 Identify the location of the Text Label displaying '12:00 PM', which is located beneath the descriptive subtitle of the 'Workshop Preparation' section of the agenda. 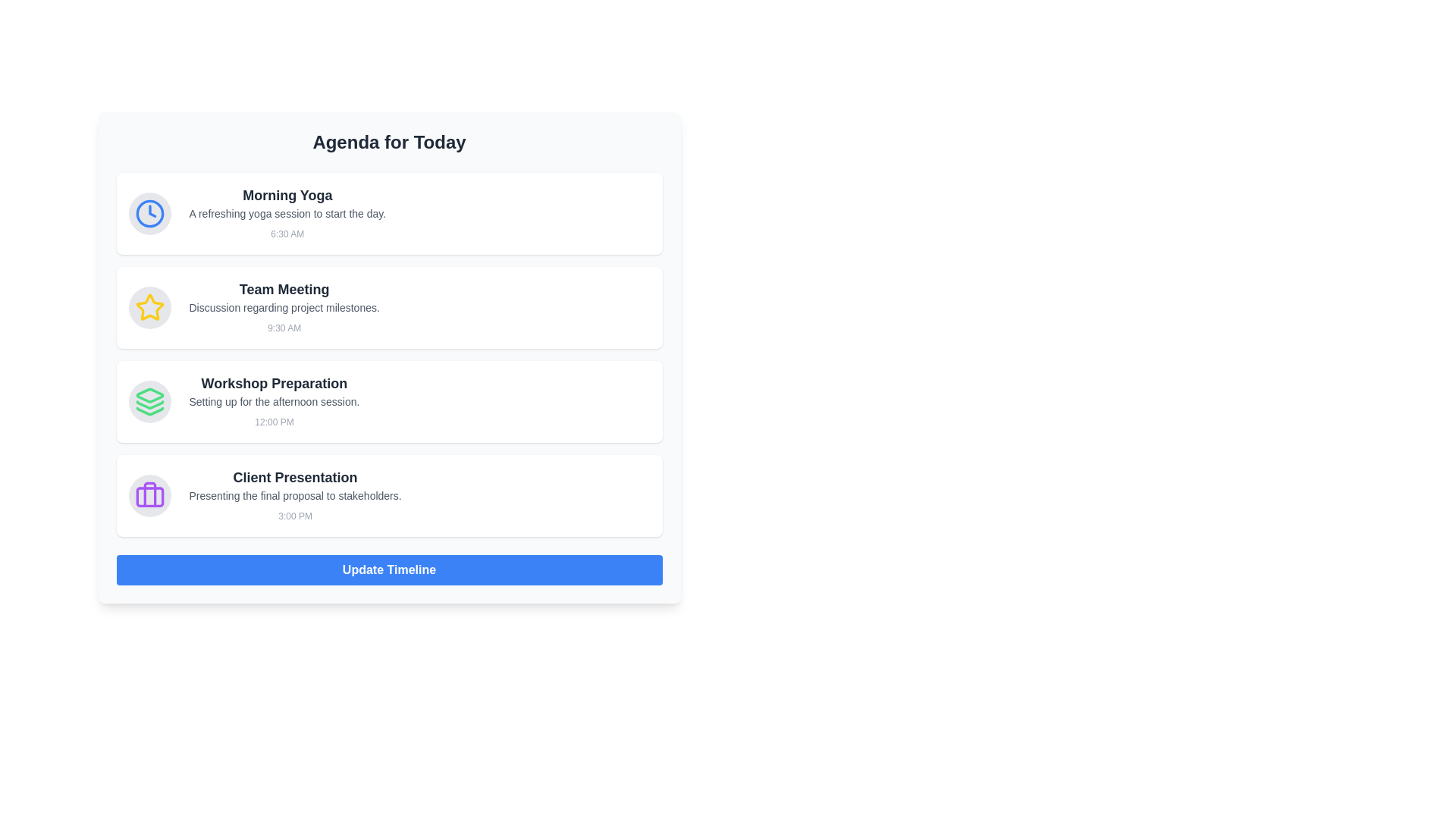
(274, 422).